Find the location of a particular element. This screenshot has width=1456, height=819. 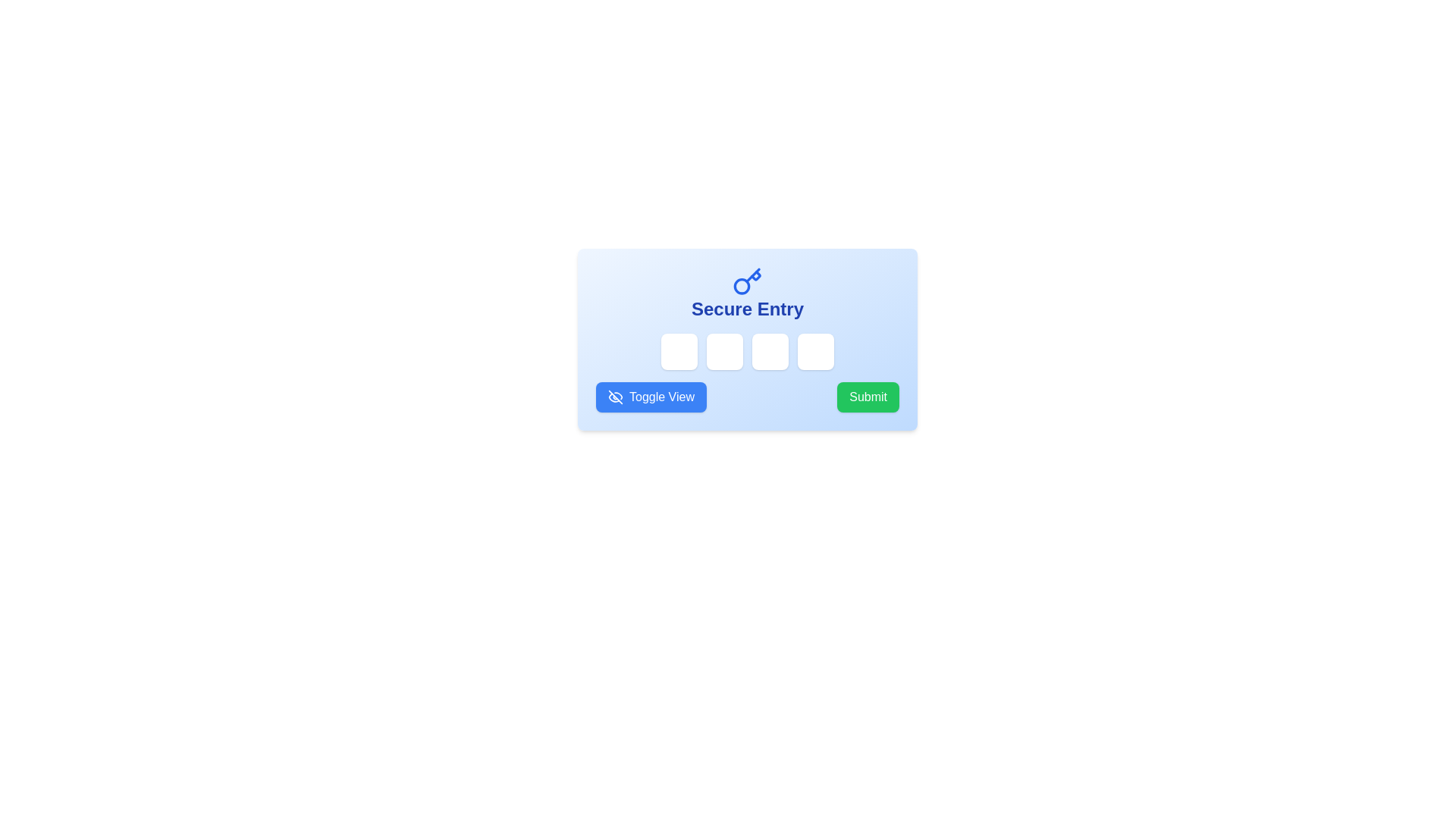

the toggle visibility button located horizontally aligned with the 'Submit' button is located at coordinates (651, 397).